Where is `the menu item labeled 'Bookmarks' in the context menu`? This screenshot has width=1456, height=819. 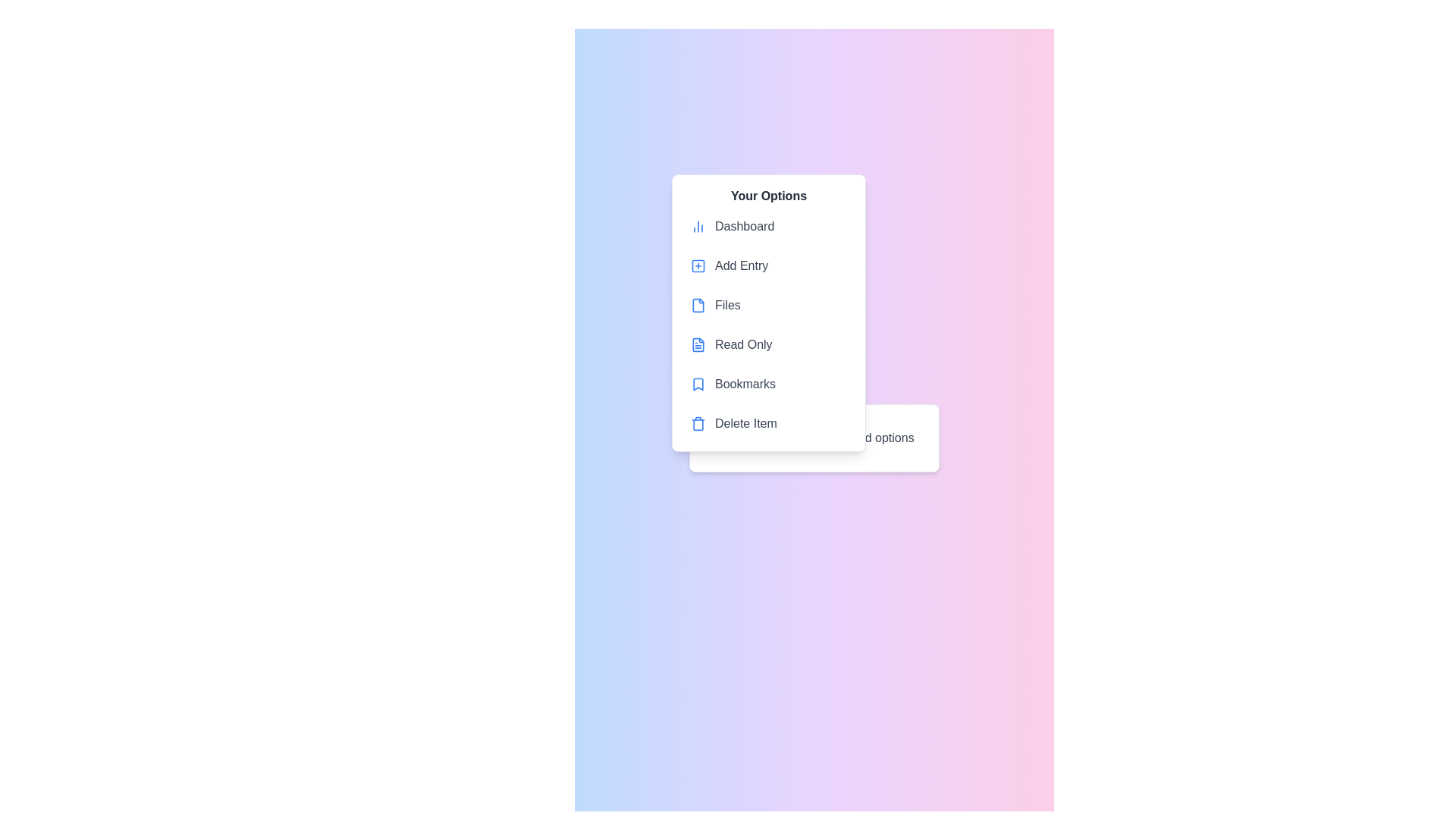 the menu item labeled 'Bookmarks' in the context menu is located at coordinates (768, 383).